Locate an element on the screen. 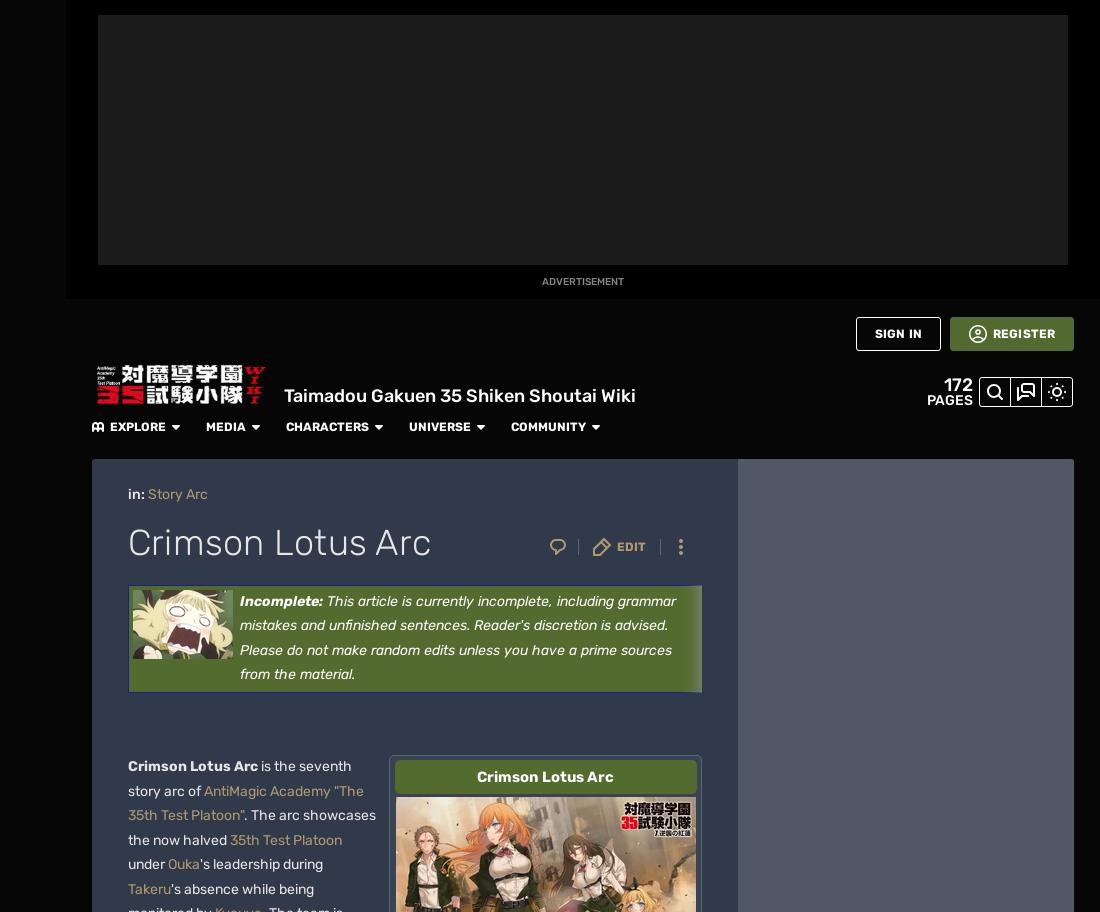  'Media' is located at coordinates (557, 21).